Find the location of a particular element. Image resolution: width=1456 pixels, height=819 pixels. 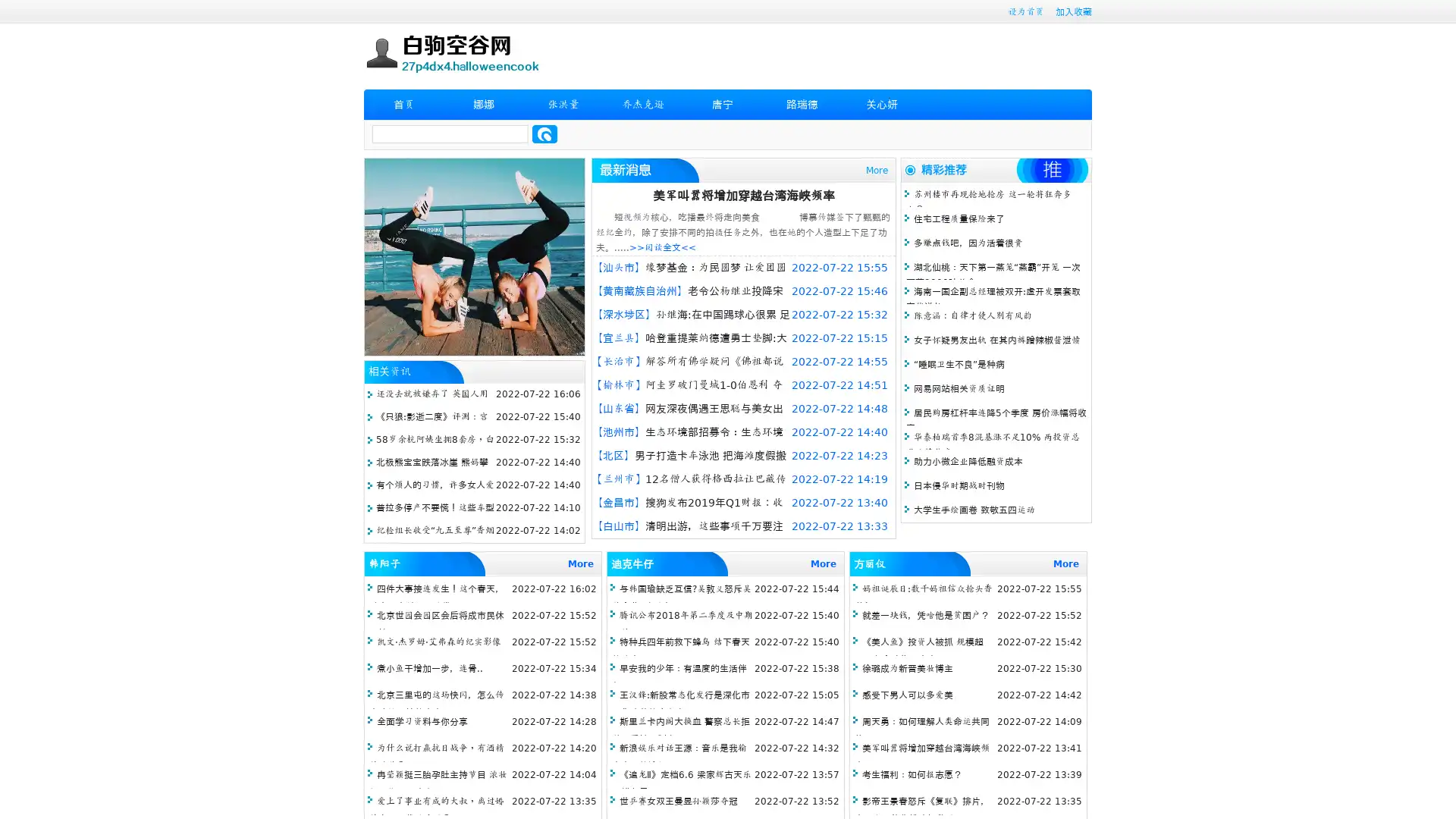

Search is located at coordinates (544, 133).